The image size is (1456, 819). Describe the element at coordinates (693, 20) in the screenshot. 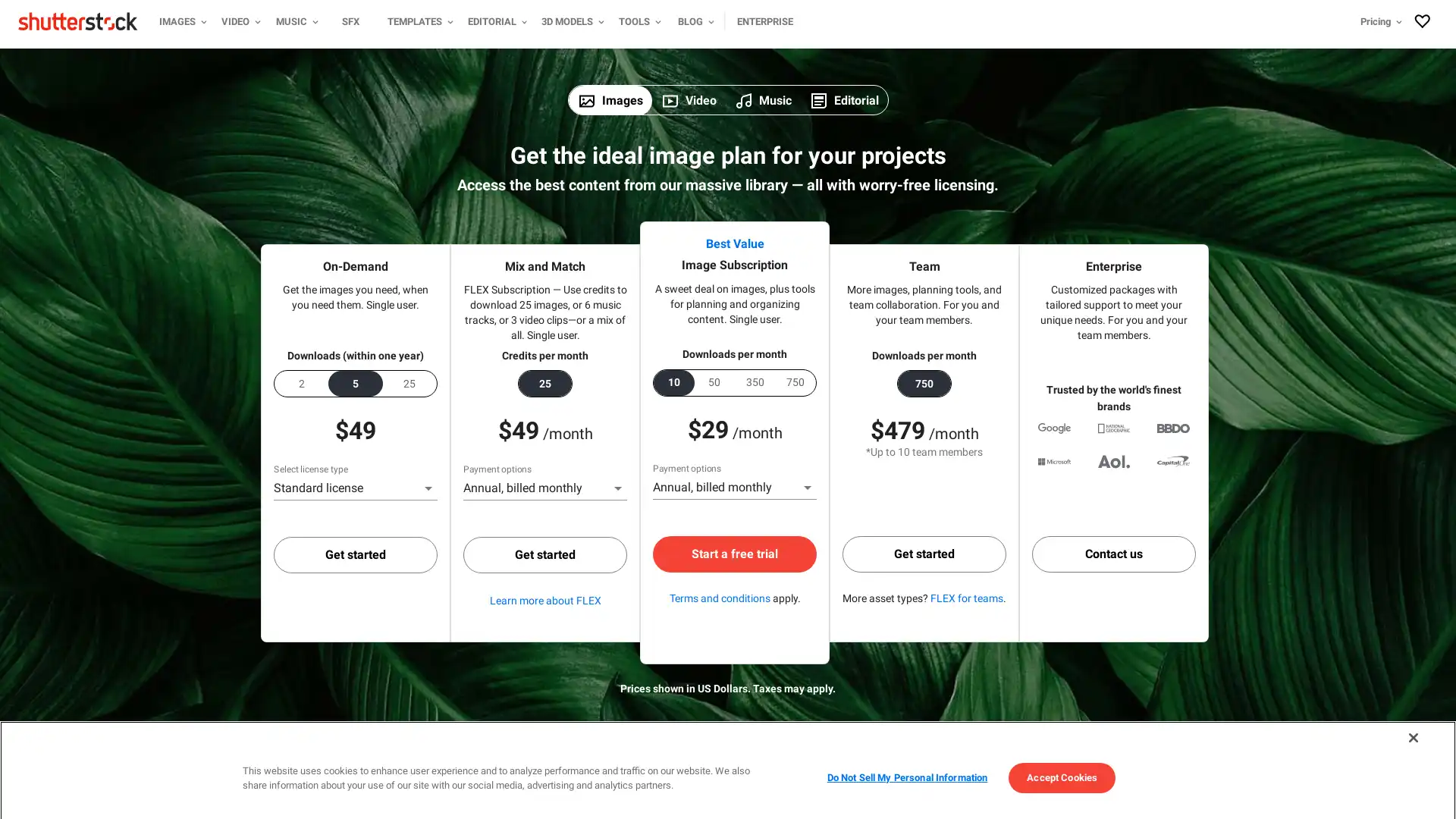

I see `Blog` at that location.